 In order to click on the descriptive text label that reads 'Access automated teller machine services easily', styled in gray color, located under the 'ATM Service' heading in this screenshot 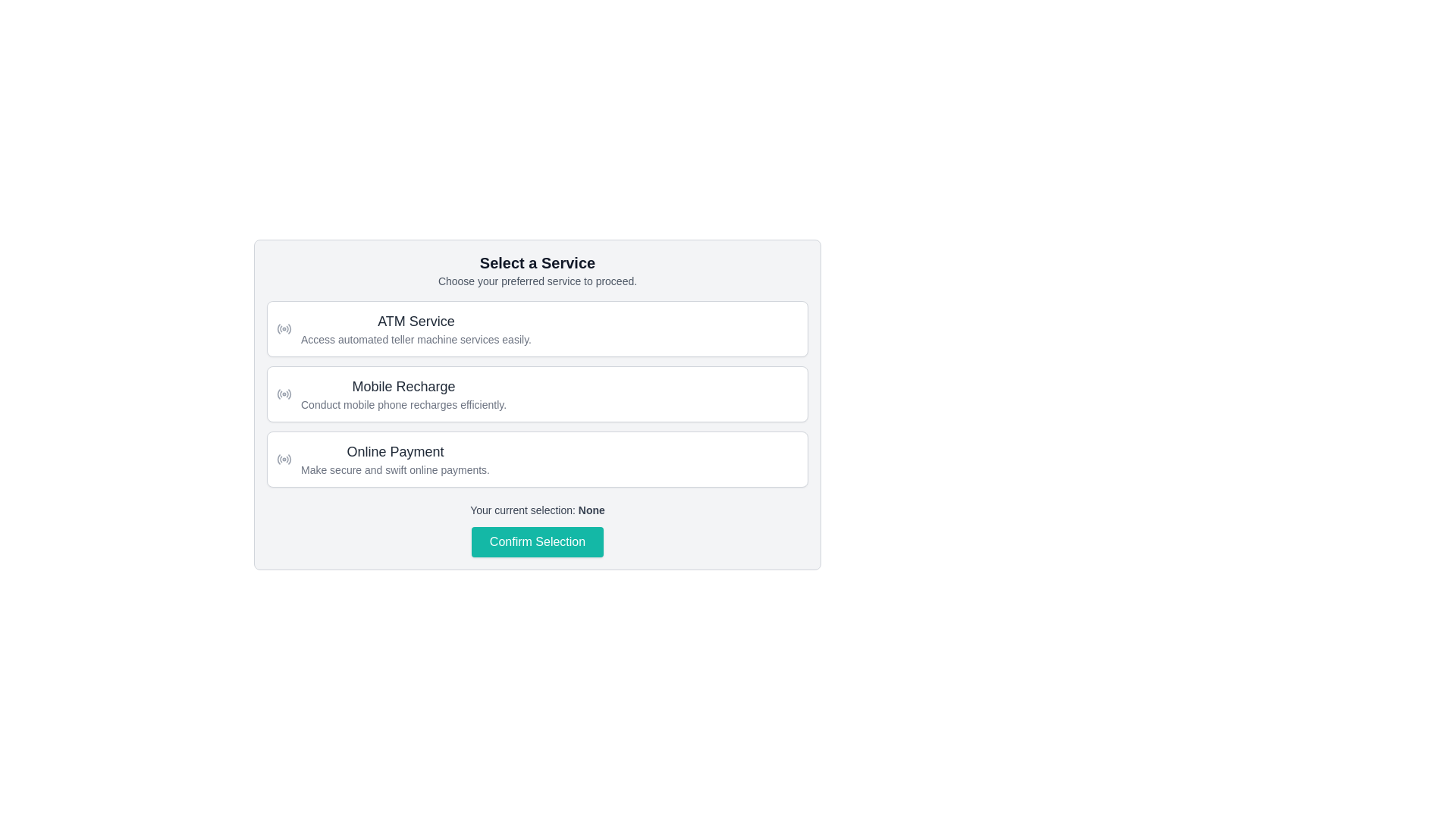, I will do `click(416, 338)`.